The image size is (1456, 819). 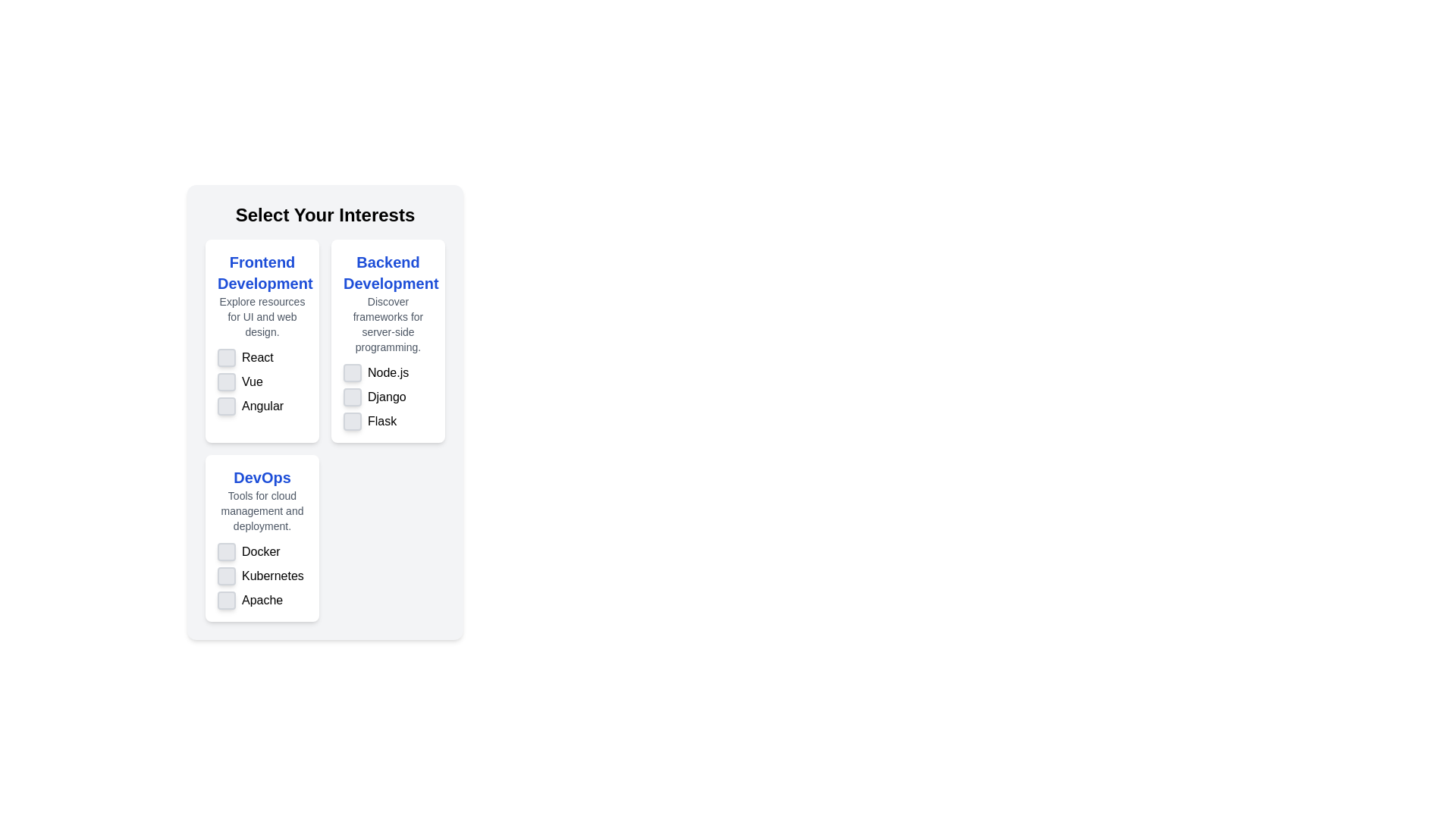 What do you see at coordinates (262, 381) in the screenshot?
I see `the 'Vue' checkbox` at bounding box center [262, 381].